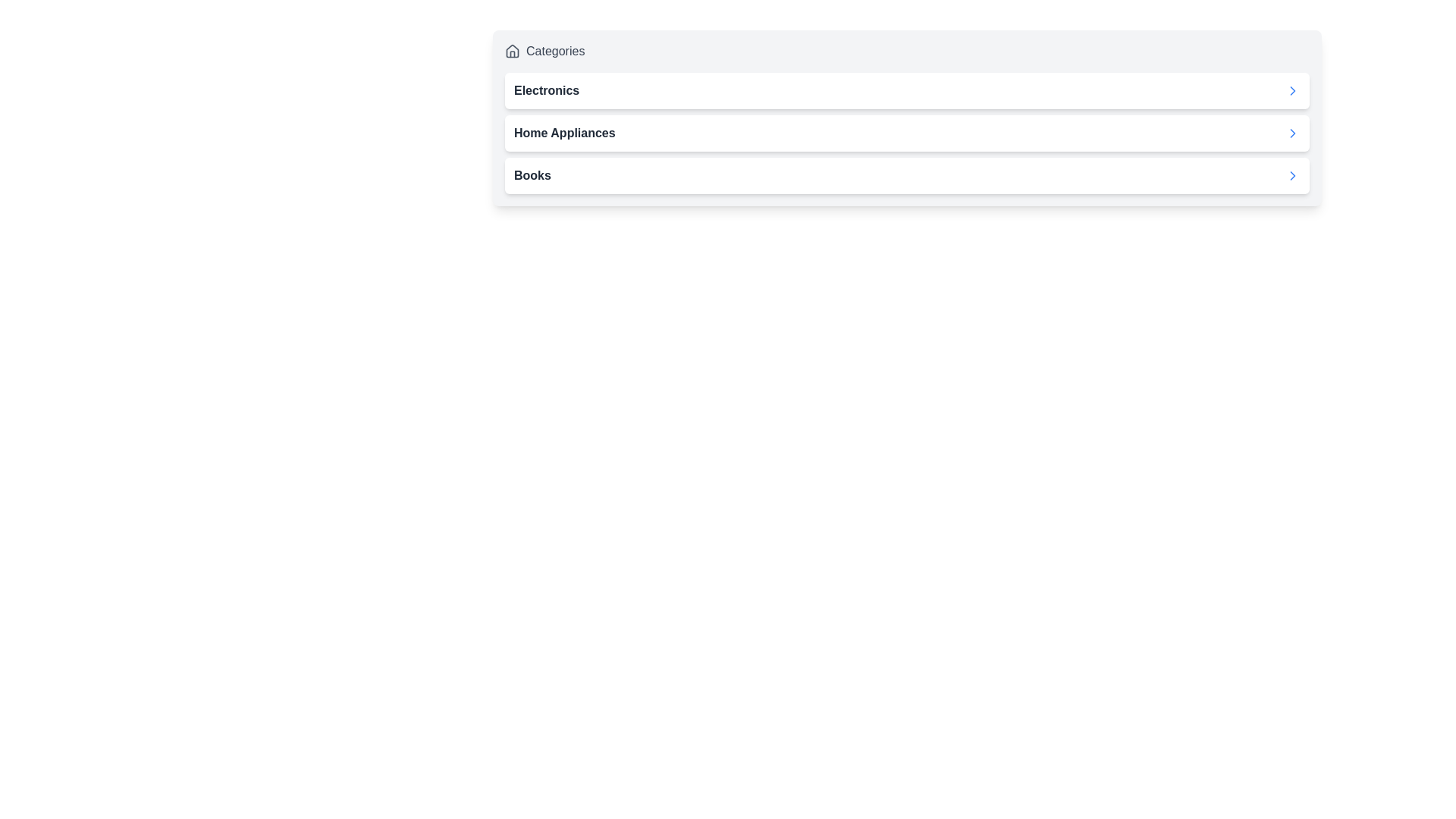 Image resolution: width=1456 pixels, height=819 pixels. What do you see at coordinates (563, 133) in the screenshot?
I see `the 'Home Appliances' text, which is styled in bold dark gray and is the second item in the categories list, located between 'Electronics' and 'Books'` at bounding box center [563, 133].